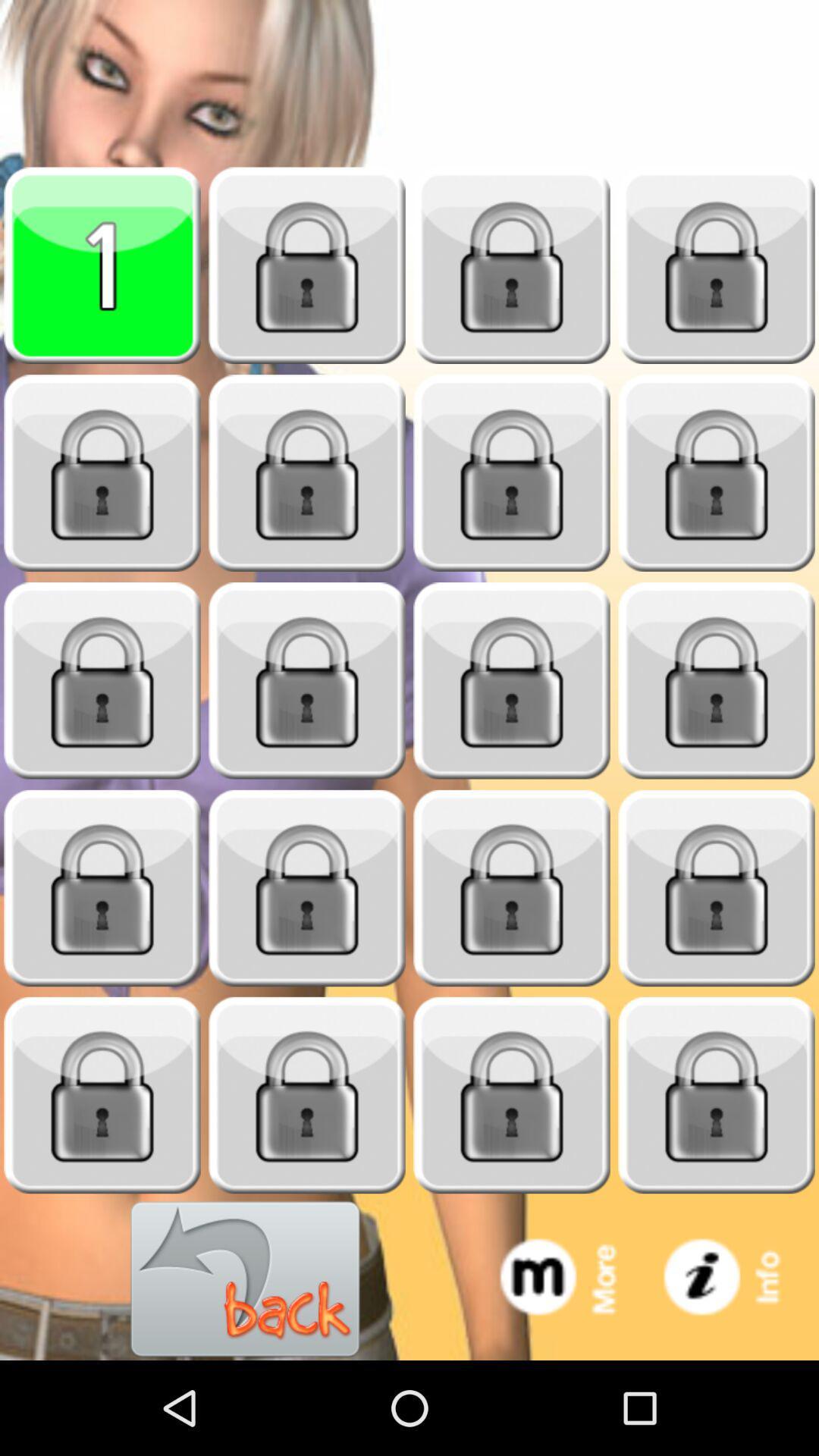  Describe the element at coordinates (717, 472) in the screenshot. I see `next button` at that location.